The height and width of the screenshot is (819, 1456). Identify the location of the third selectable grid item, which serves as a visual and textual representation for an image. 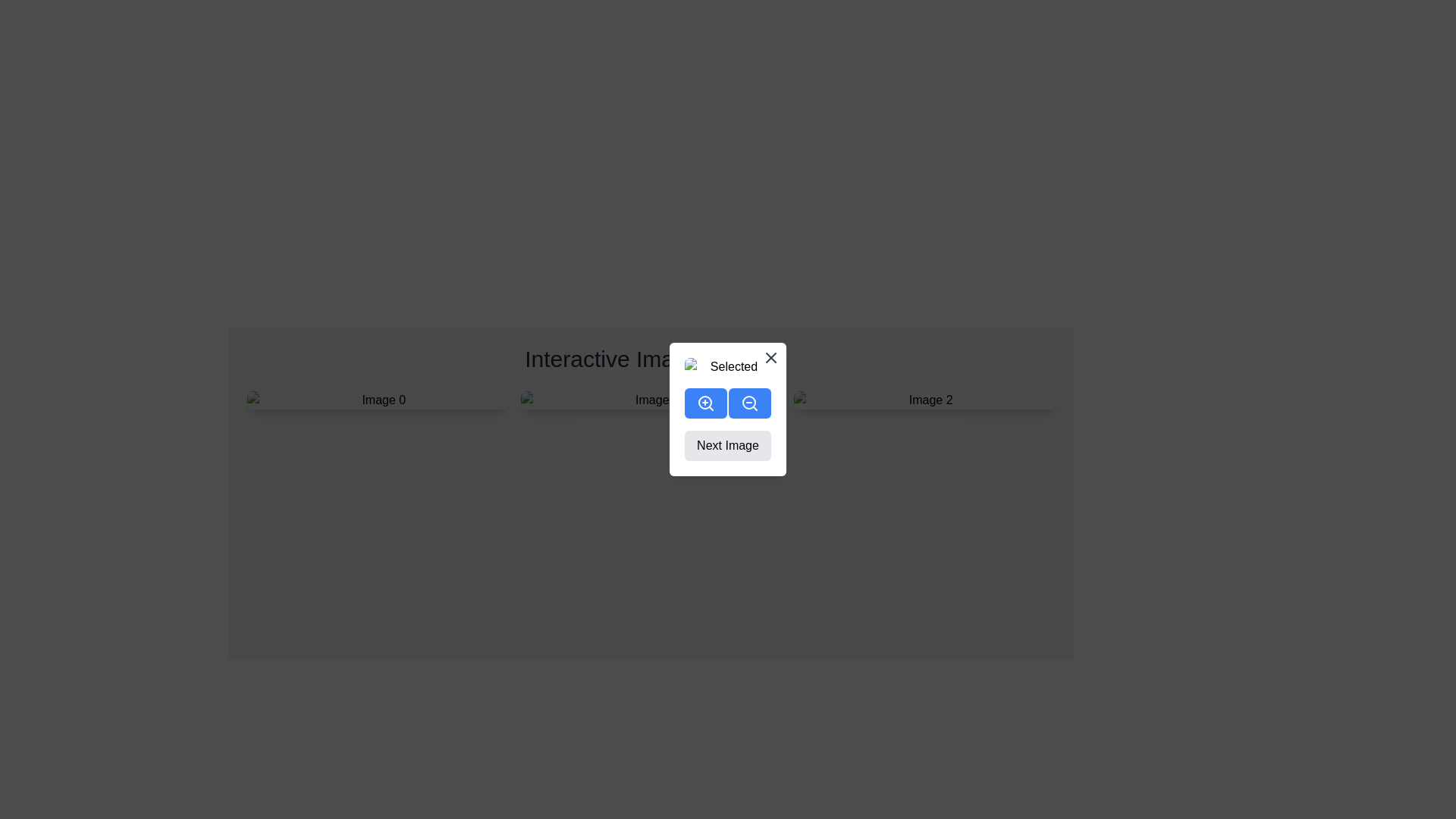
(924, 400).